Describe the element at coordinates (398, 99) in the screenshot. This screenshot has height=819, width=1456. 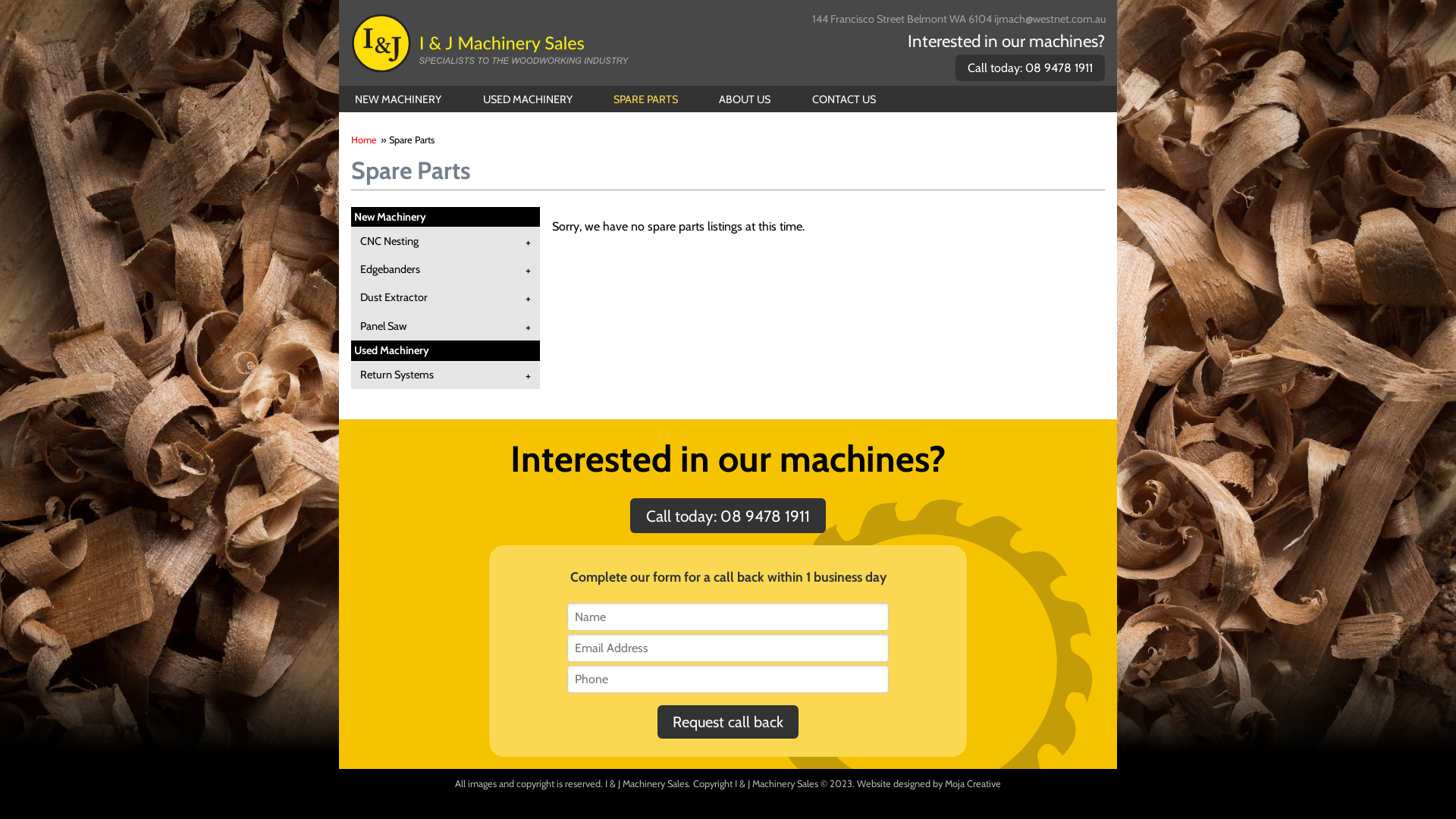
I see `'NEW MACHINERY'` at that location.